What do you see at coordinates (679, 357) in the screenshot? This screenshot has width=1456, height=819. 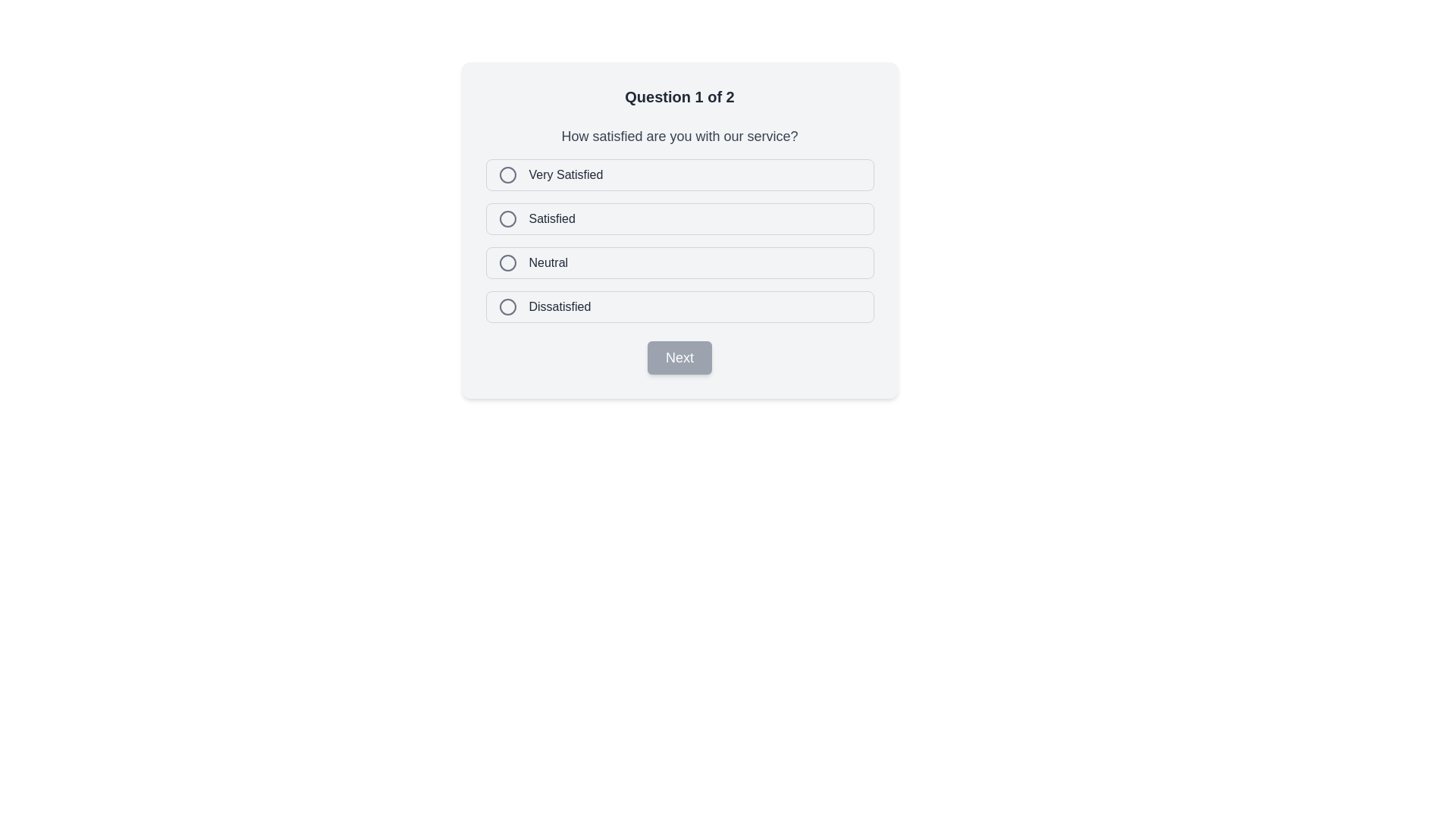 I see `the button located at the bottom of the main section, which is designed to proceed to the next step in the survey after selecting an option` at bounding box center [679, 357].